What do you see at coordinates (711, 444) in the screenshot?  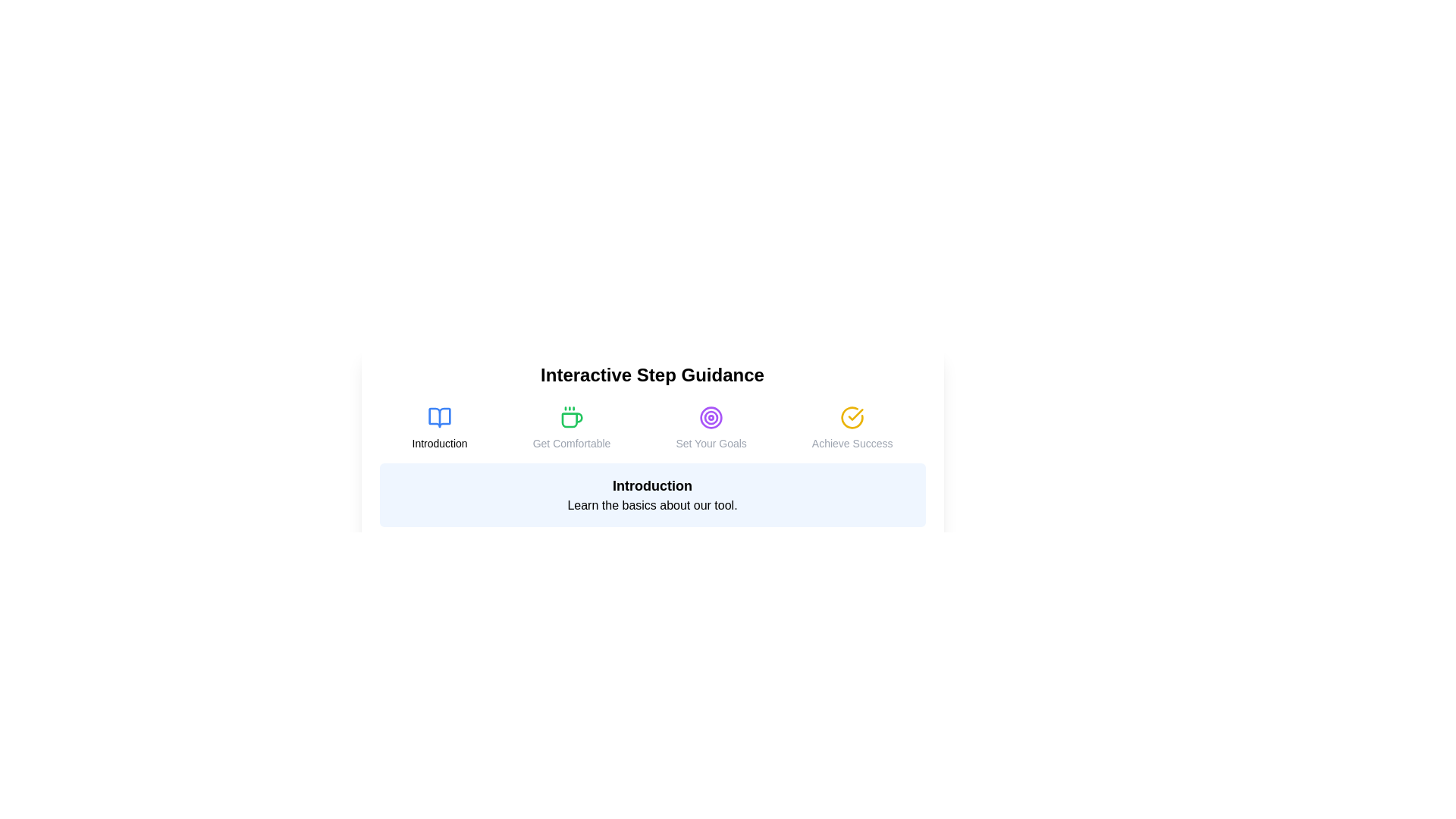 I see `the text label reading 'Set Your Goals', which is centrally aligned below a purple target icon and between the labels 'Get Comfortable' and 'Achieve Success'` at bounding box center [711, 444].